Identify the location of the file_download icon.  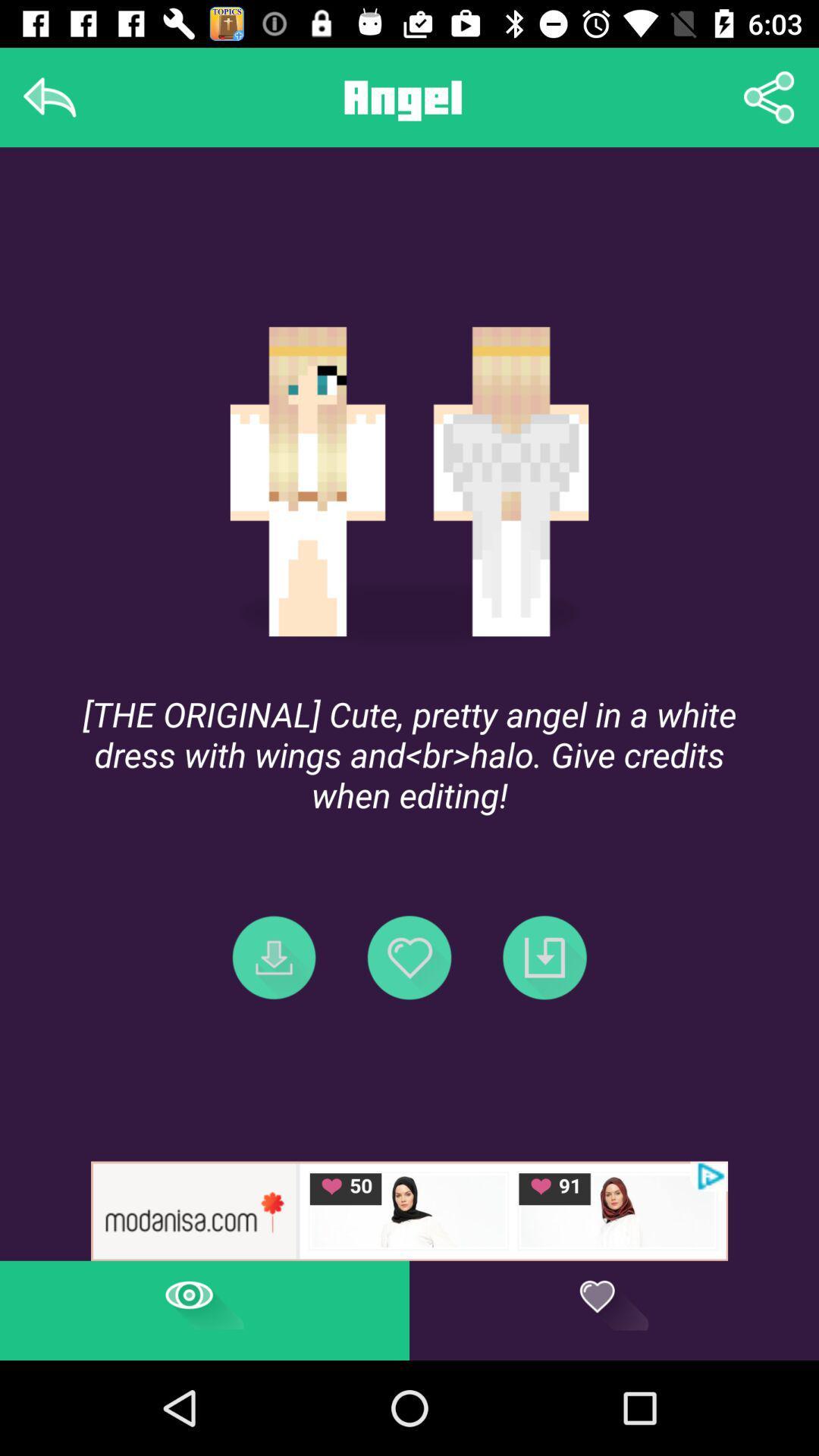
(274, 956).